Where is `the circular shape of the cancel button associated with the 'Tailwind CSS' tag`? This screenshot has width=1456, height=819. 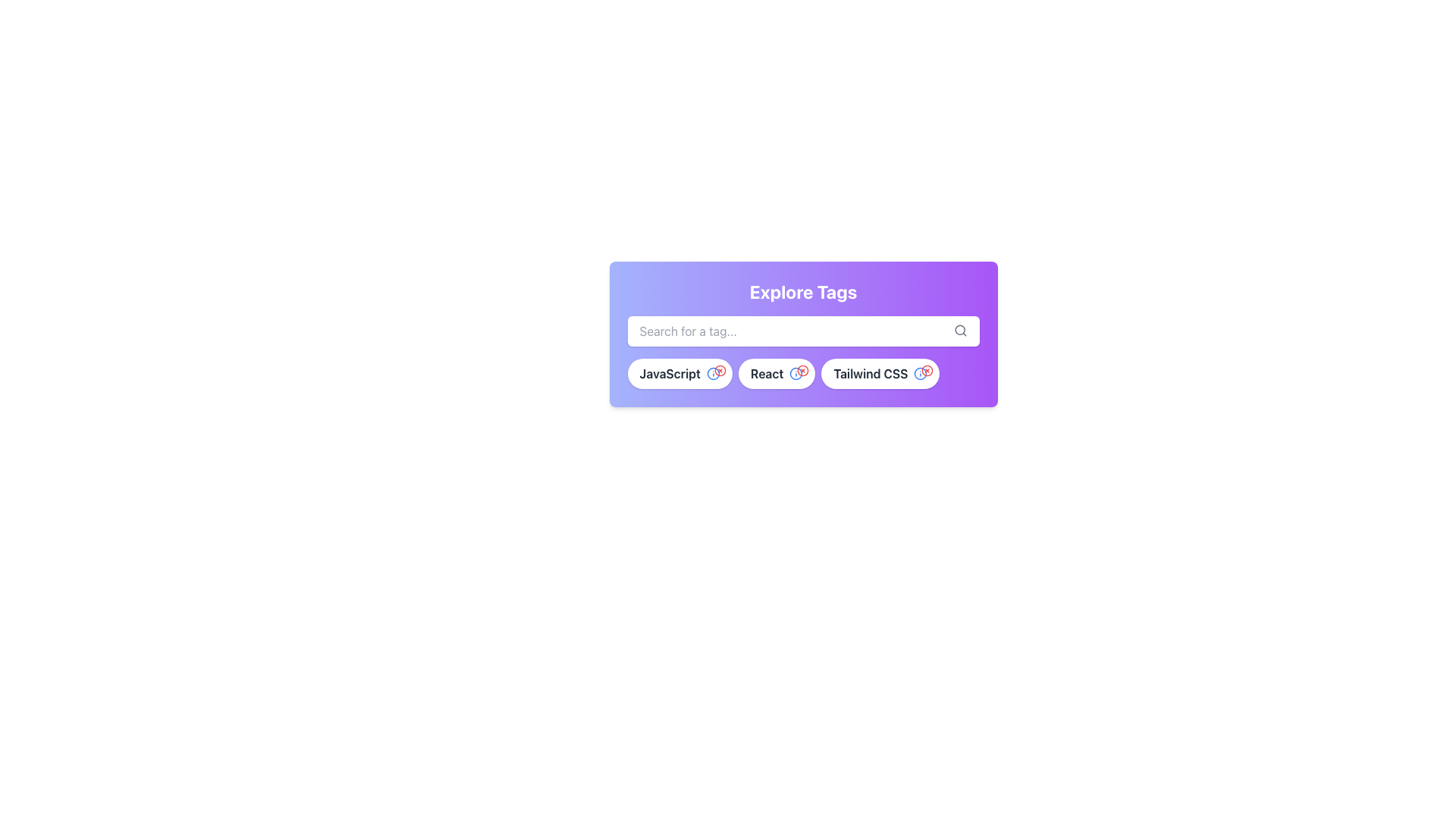 the circular shape of the cancel button associated with the 'Tailwind CSS' tag is located at coordinates (927, 371).